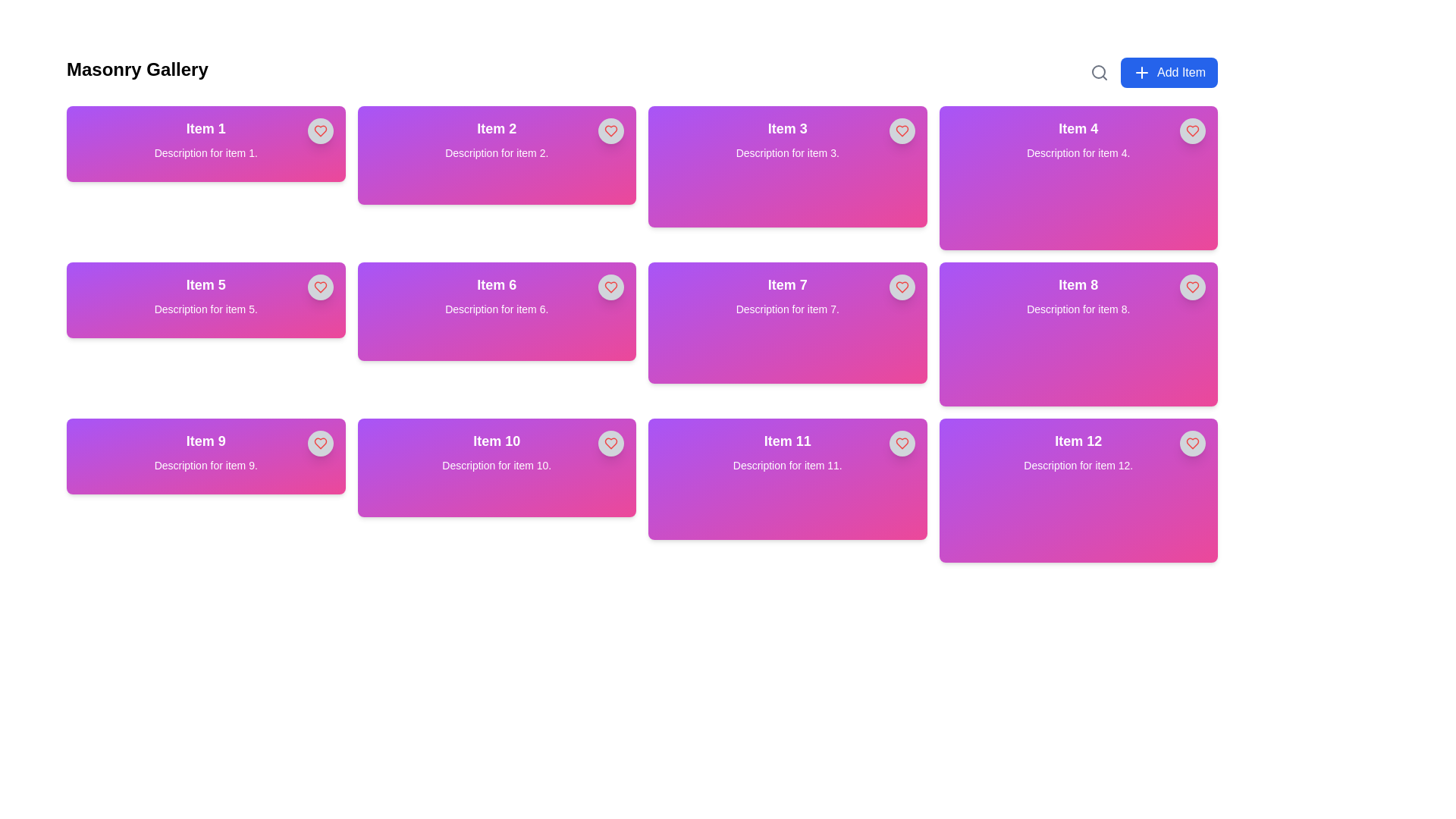 Image resolution: width=1456 pixels, height=819 pixels. What do you see at coordinates (497, 309) in the screenshot?
I see `the static text that provides a brief description for 'Item 6', which is centrally aligned beneath its title` at bounding box center [497, 309].